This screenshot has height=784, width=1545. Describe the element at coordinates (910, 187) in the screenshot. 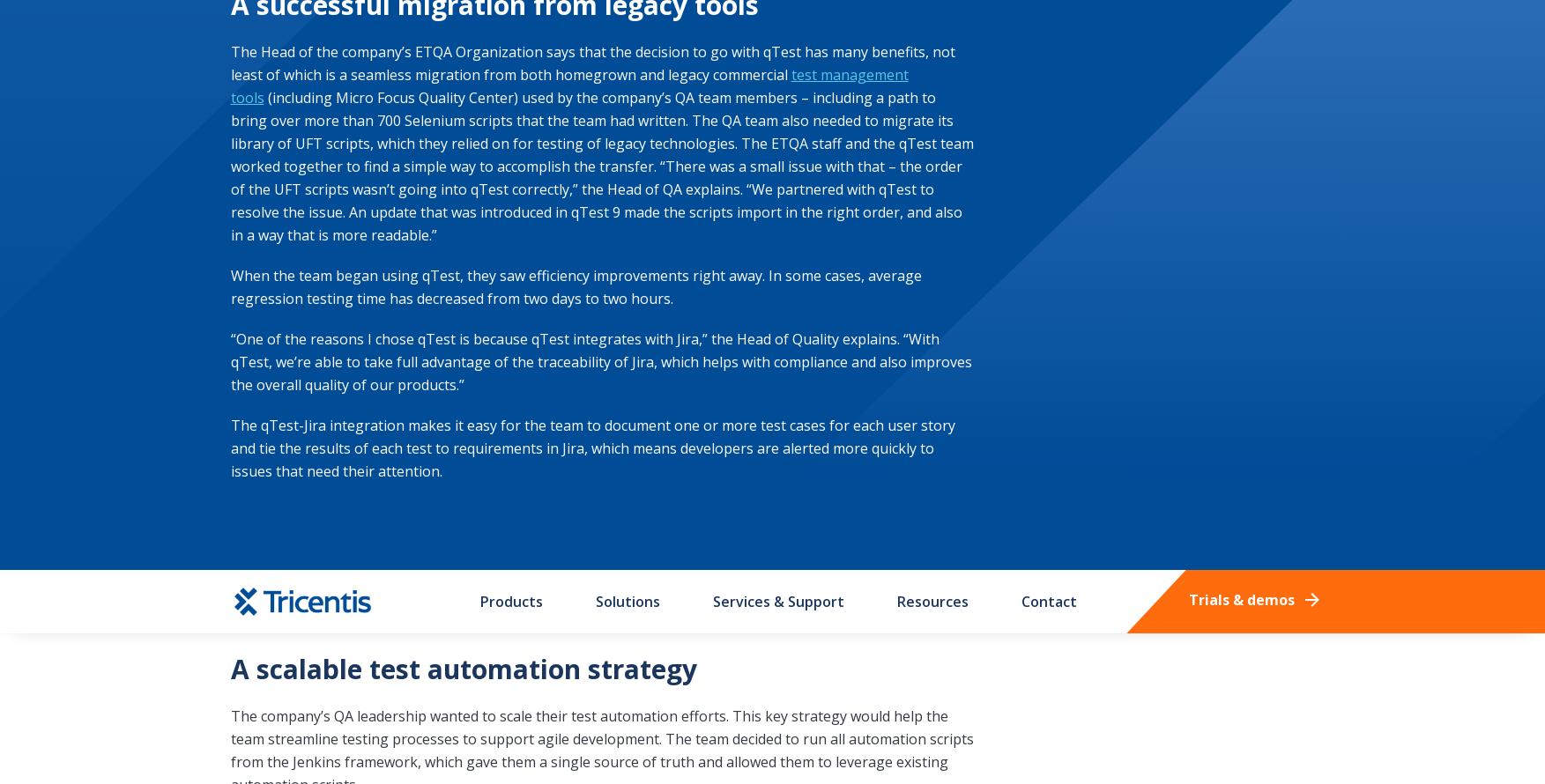

I see `'Privacy Policy'` at that location.